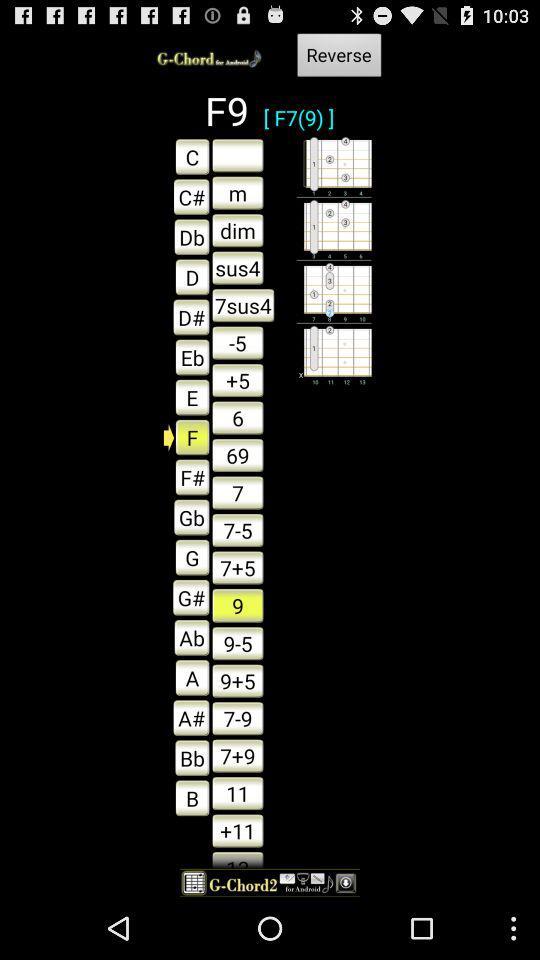 The image size is (540, 960). What do you see at coordinates (186, 757) in the screenshot?
I see `the button next to 7-9 button` at bounding box center [186, 757].